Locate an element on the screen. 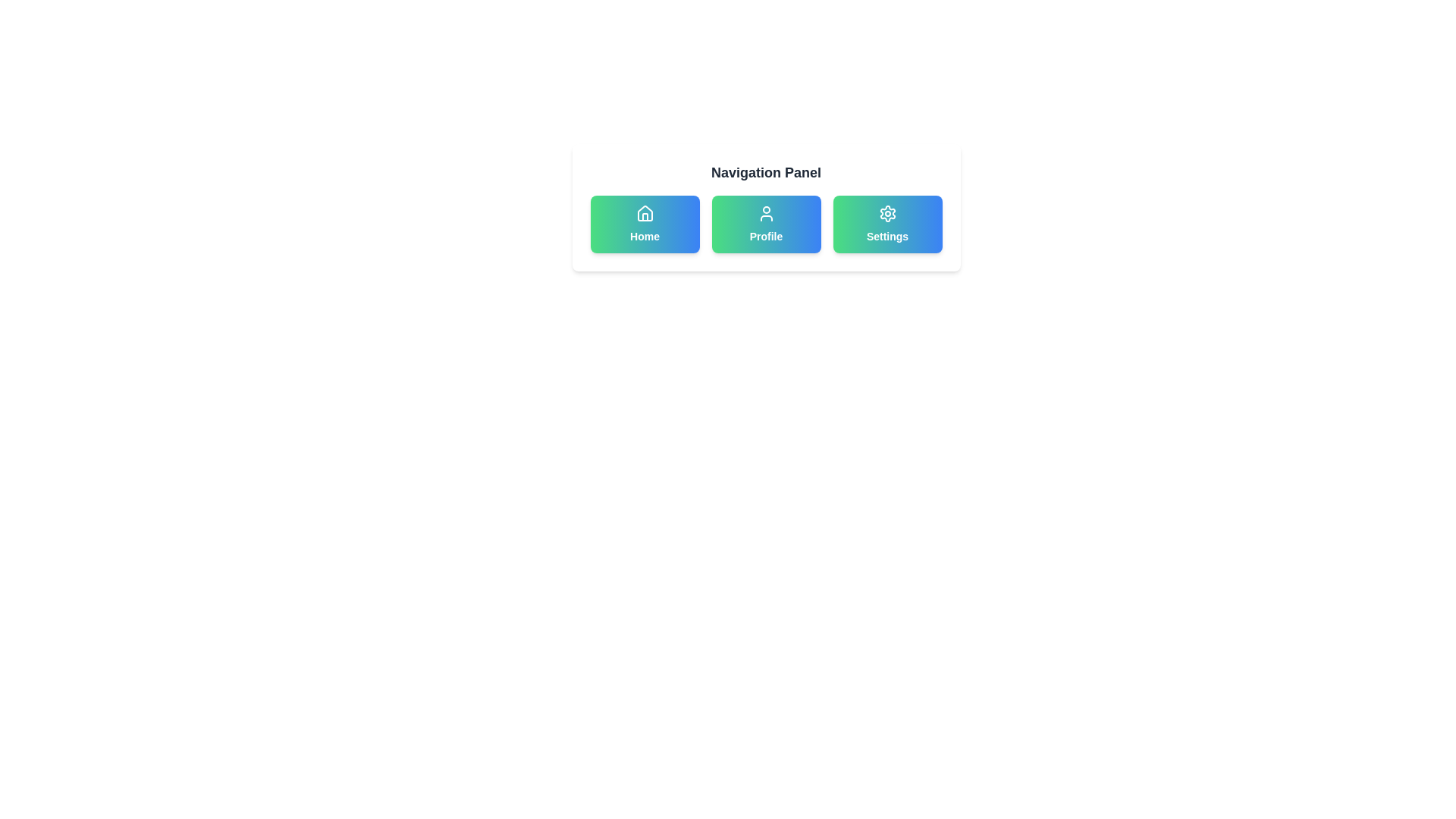  the profile navigation button, which is the second button in the navigation panel, to provide visual feedback is located at coordinates (766, 224).